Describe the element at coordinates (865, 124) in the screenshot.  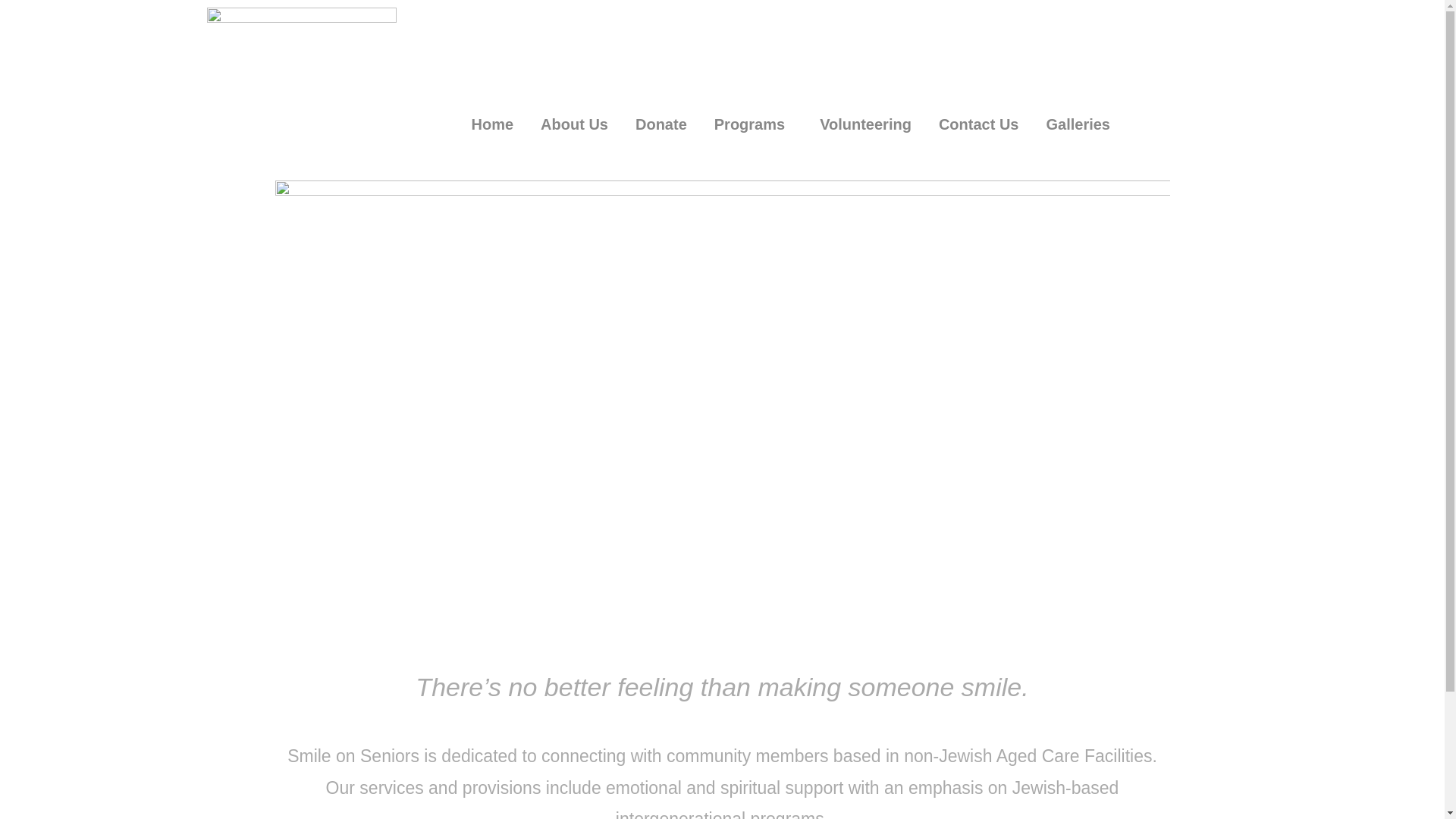
I see `'Volunteering'` at that location.